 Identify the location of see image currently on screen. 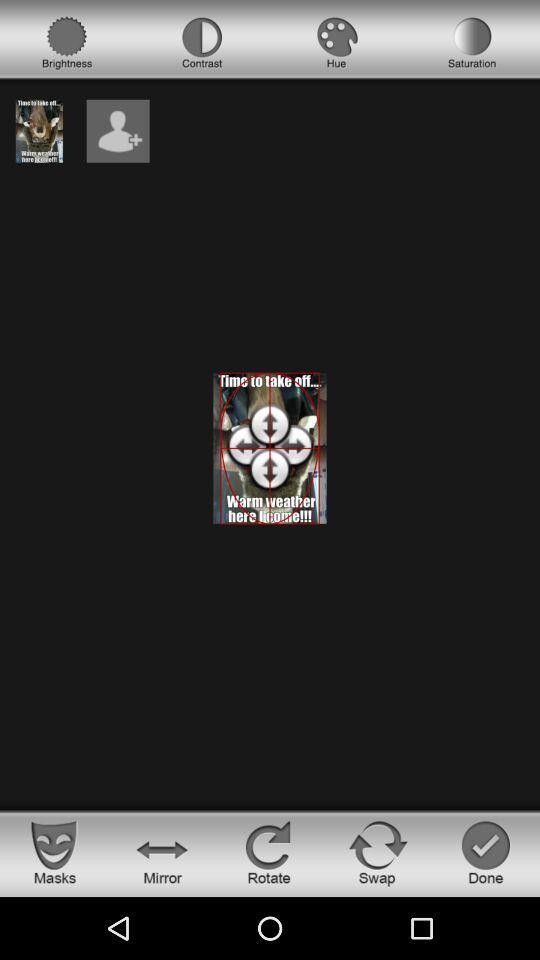
(39, 130).